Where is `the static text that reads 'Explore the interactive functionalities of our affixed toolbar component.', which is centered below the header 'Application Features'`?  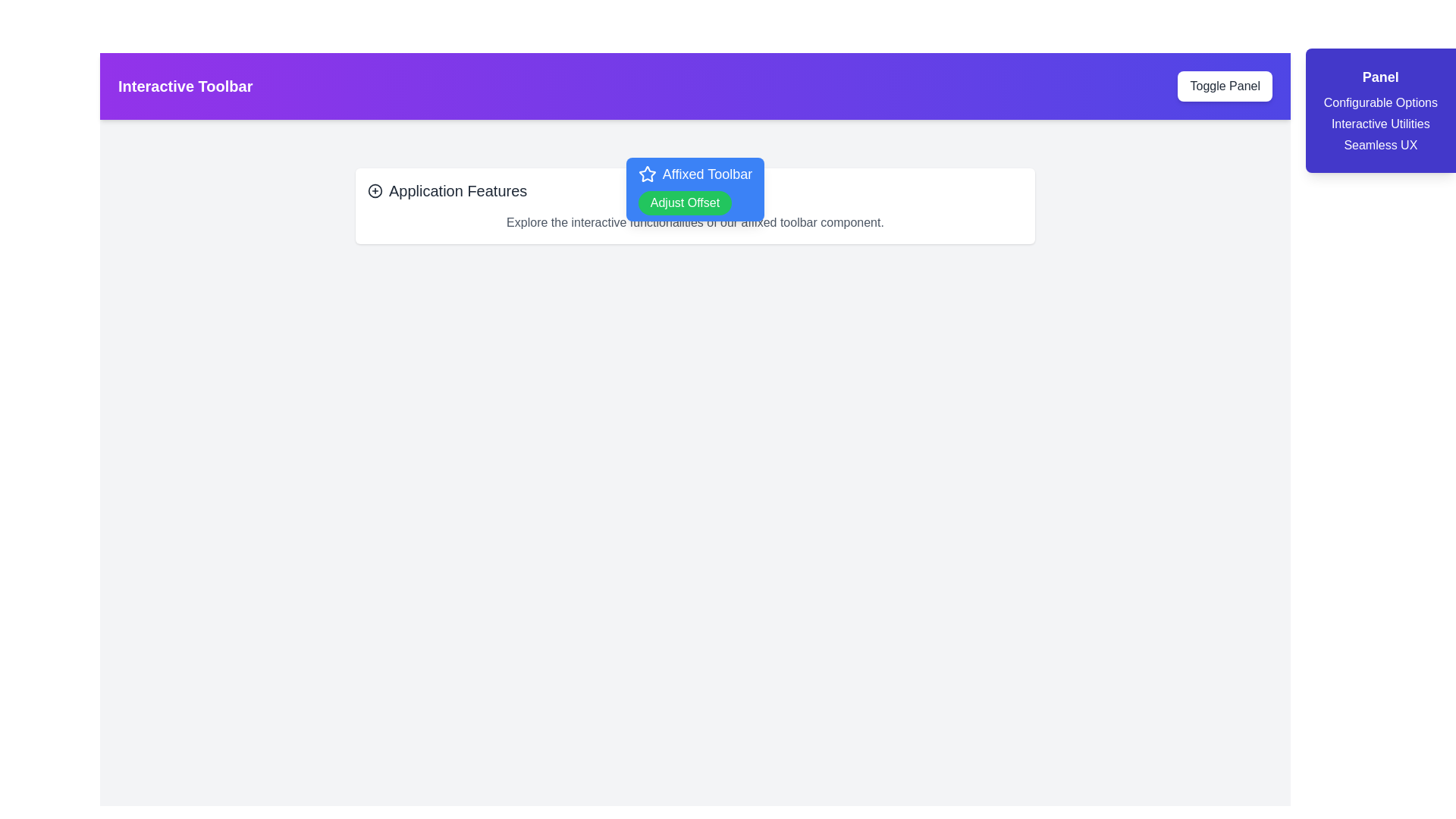
the static text that reads 'Explore the interactive functionalities of our affixed toolbar component.', which is centered below the header 'Application Features' is located at coordinates (694, 222).